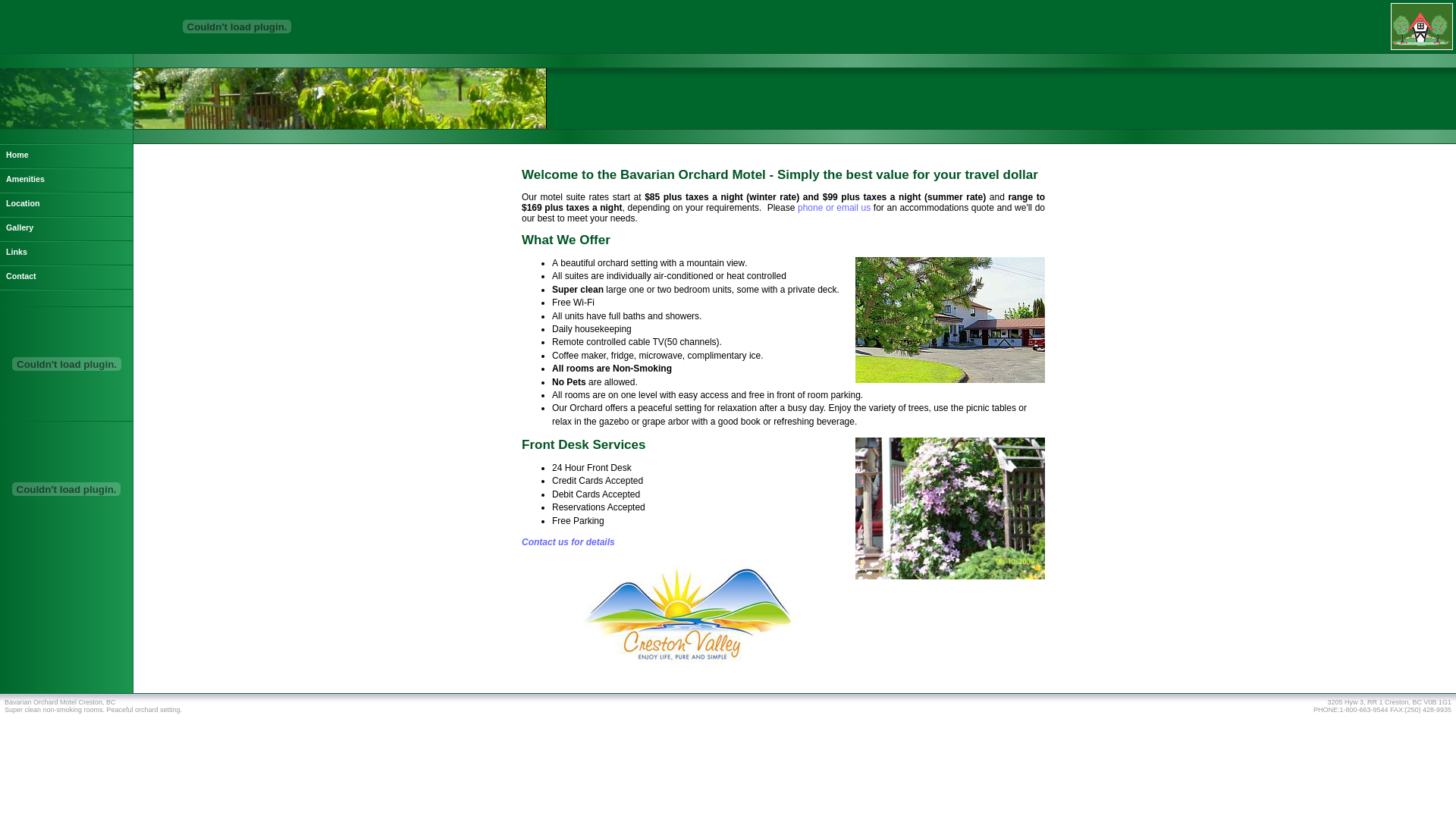 The width and height of the screenshot is (1456, 819). I want to click on 'Contact us for details', so click(567, 541).